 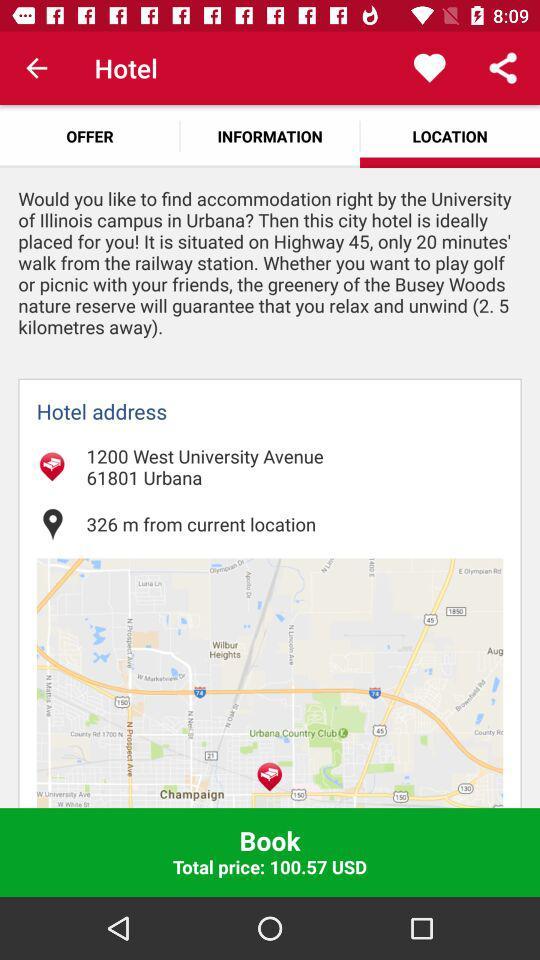 I want to click on app to the right of offer item, so click(x=270, y=135).